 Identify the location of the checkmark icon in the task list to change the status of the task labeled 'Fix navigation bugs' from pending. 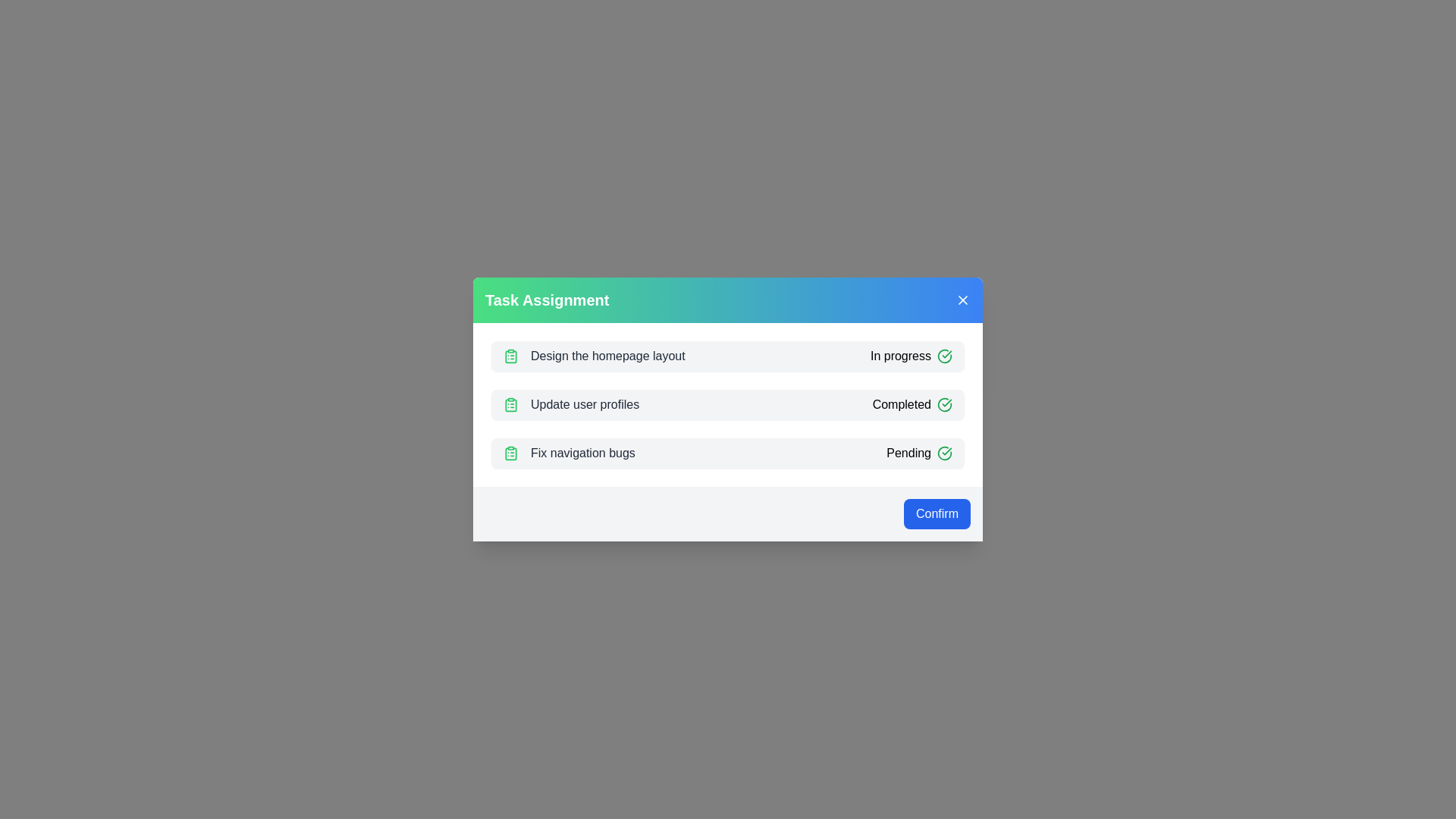
(918, 452).